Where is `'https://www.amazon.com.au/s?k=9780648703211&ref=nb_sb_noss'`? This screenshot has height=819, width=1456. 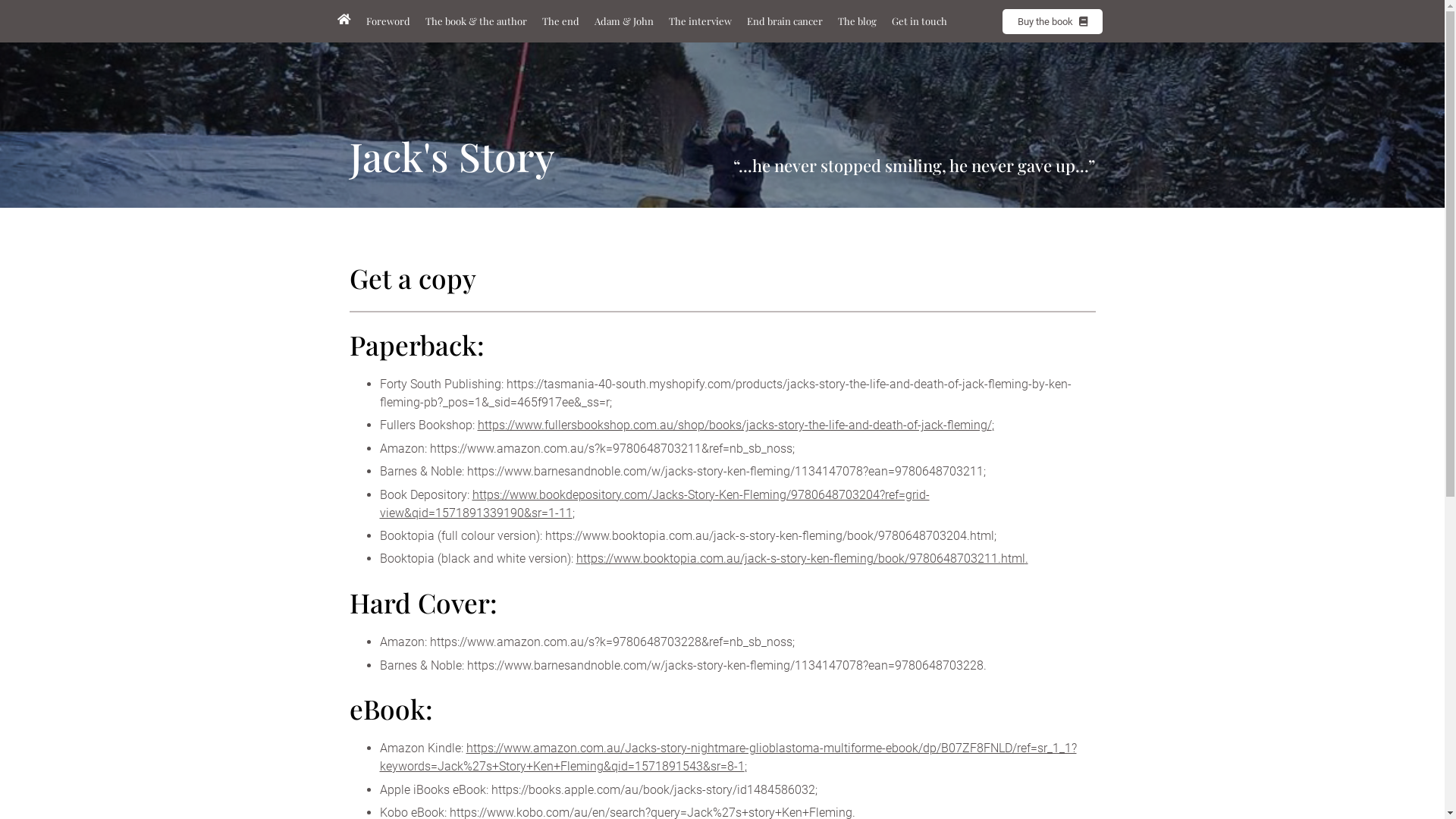
'https://www.amazon.com.au/s?k=9780648703211&ref=nb_sb_noss' is located at coordinates (610, 447).